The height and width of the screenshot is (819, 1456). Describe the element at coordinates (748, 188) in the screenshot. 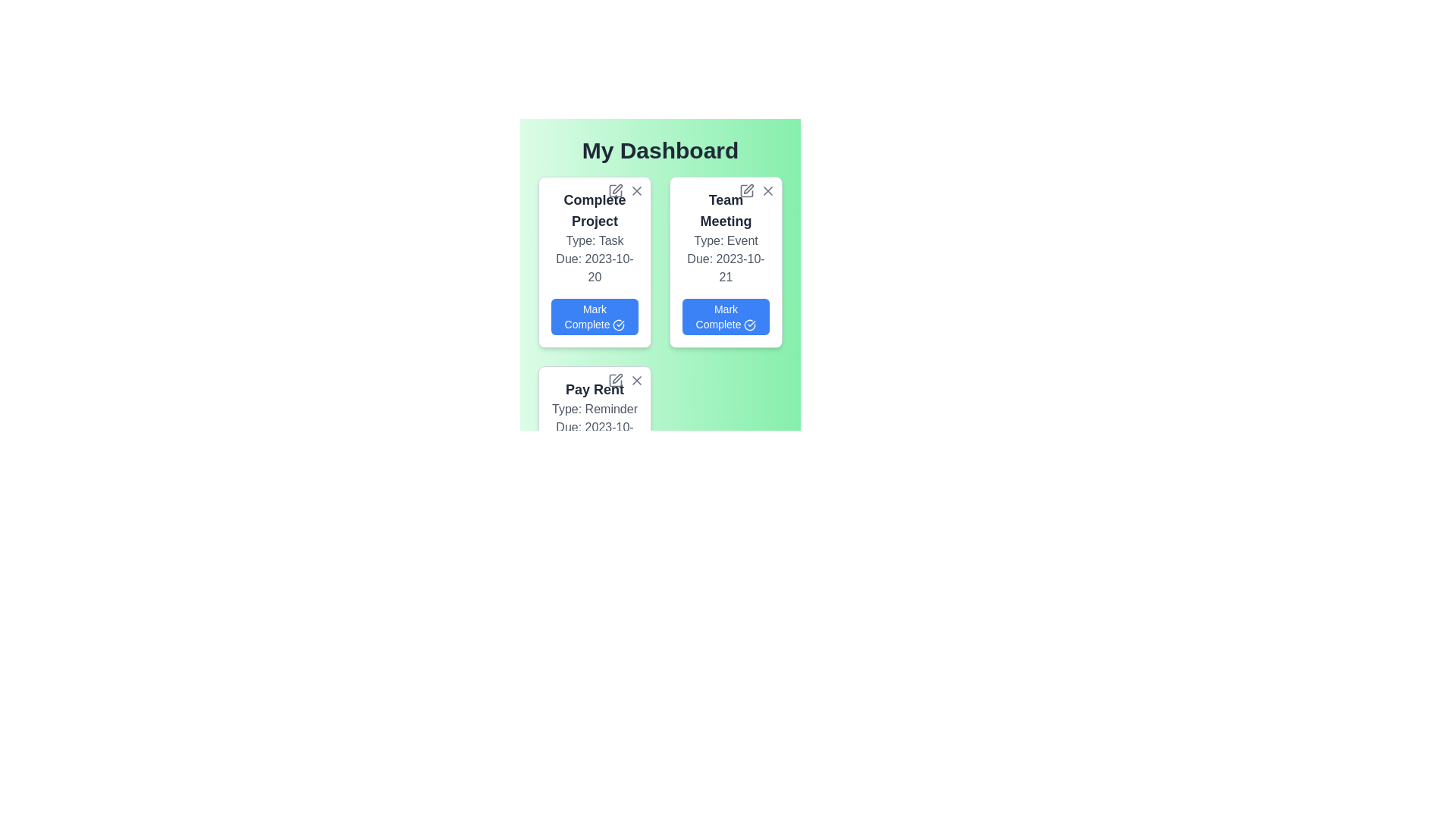

I see `the pen icon located at the top-right corner of the 'Team Meeting' card to initiate the edit action` at that location.